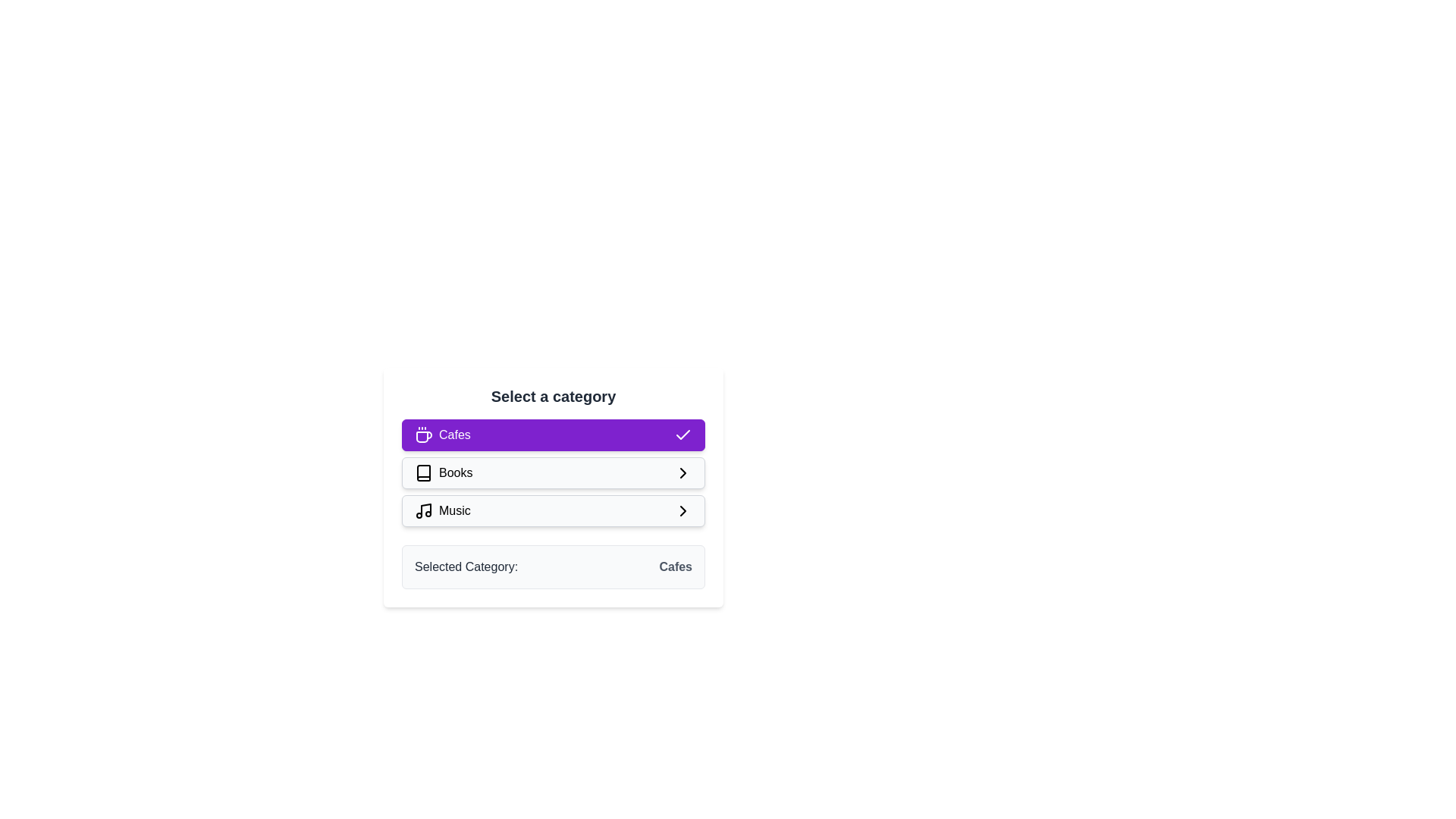 Image resolution: width=1456 pixels, height=819 pixels. What do you see at coordinates (423, 435) in the screenshot?
I see `the coffee cup icon, which is a minimalist line art representation with a handle on the right and steam above, located to the left of the 'Cafes' text` at bounding box center [423, 435].